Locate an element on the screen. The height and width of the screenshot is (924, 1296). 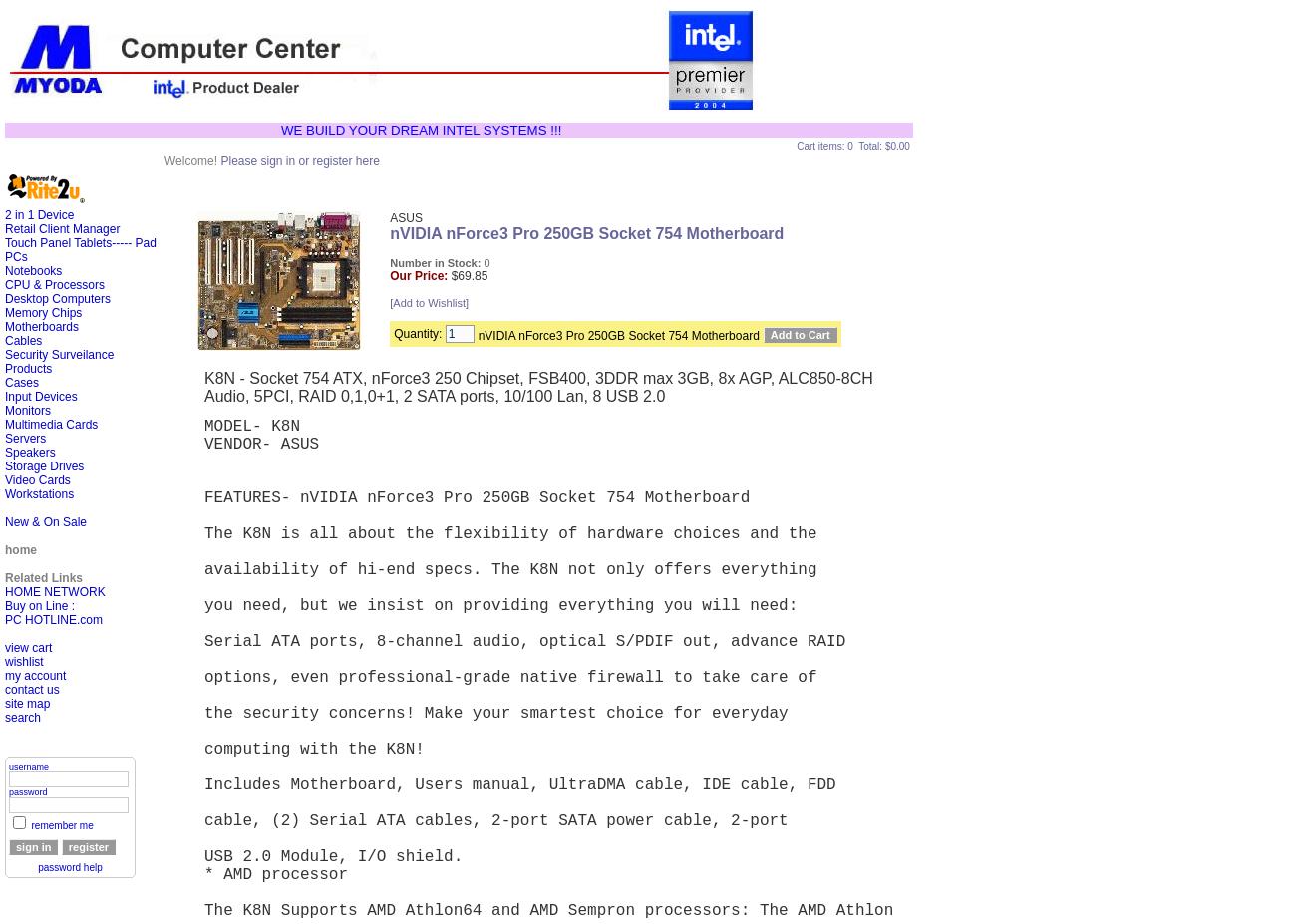
'my account' is located at coordinates (34, 675).